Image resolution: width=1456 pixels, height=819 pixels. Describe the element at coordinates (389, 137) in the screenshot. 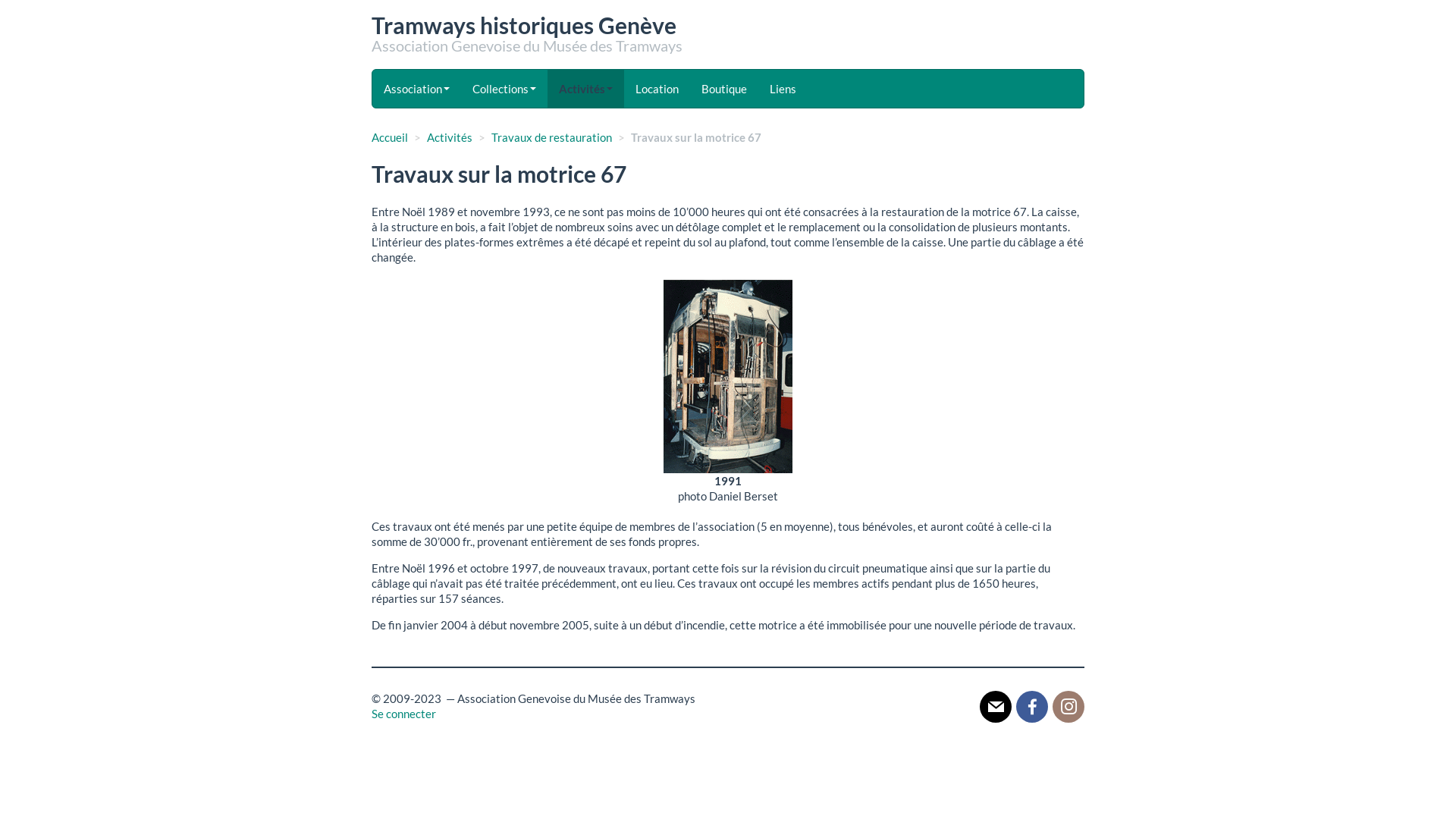

I see `'Accueil'` at that location.